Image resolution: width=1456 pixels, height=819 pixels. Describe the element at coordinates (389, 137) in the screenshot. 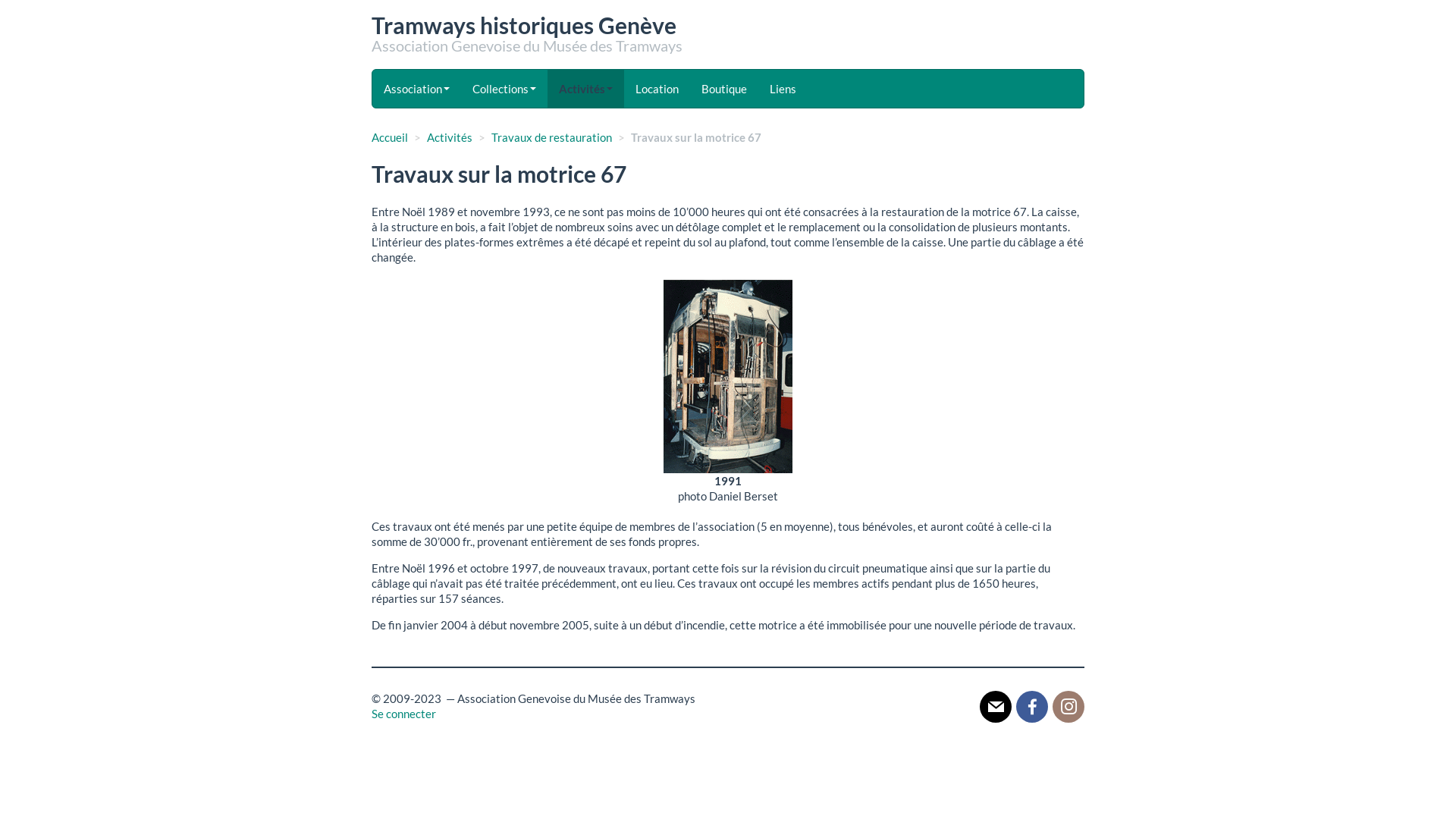

I see `'Accueil'` at that location.